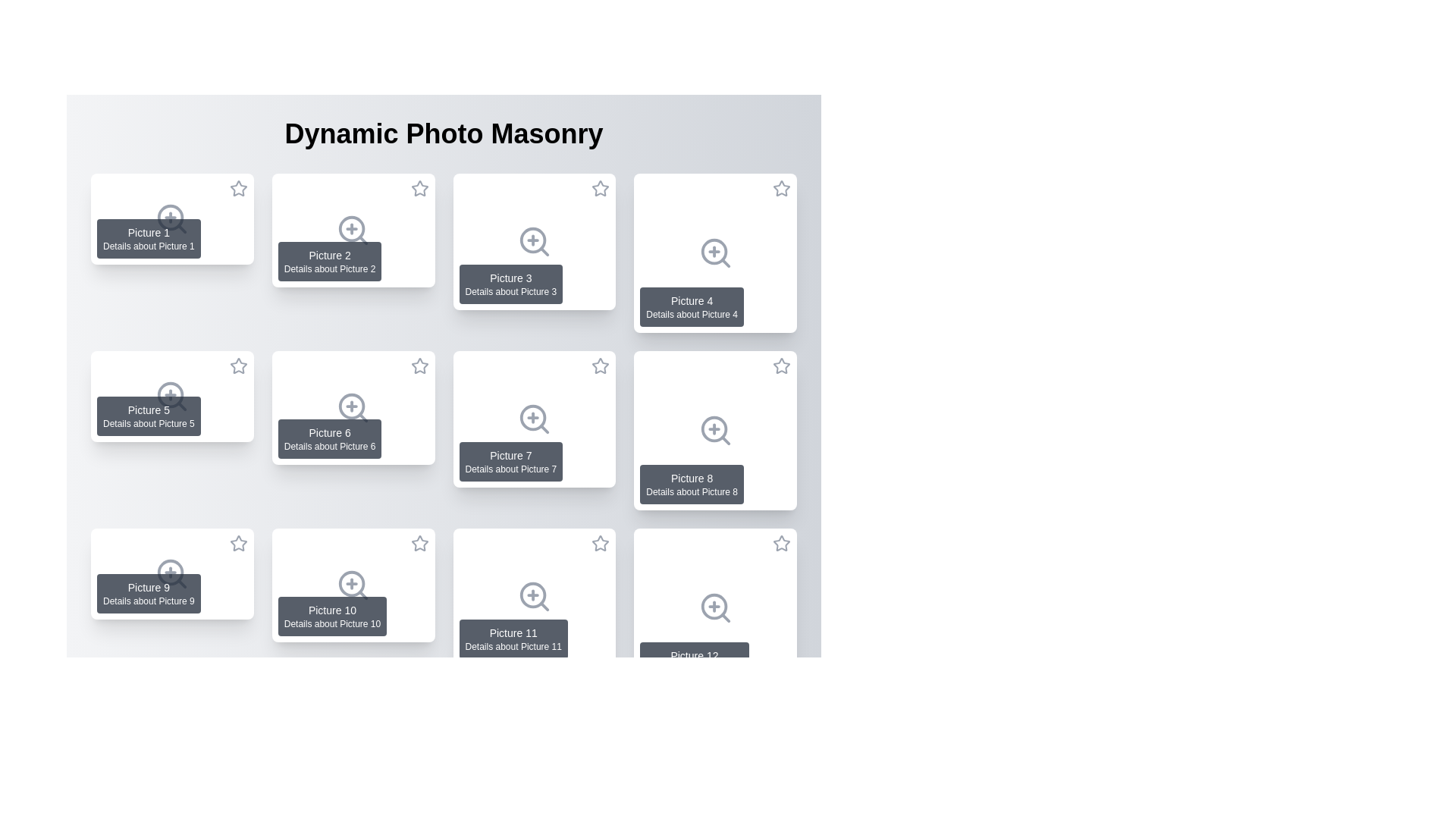 This screenshot has width=1456, height=819. Describe the element at coordinates (534, 241) in the screenshot. I see `the magnifying glass icon located at the center of the card with a white background and rounded corners, which contains the texts 'Picture 3' and 'Details about Picture 3'` at that location.